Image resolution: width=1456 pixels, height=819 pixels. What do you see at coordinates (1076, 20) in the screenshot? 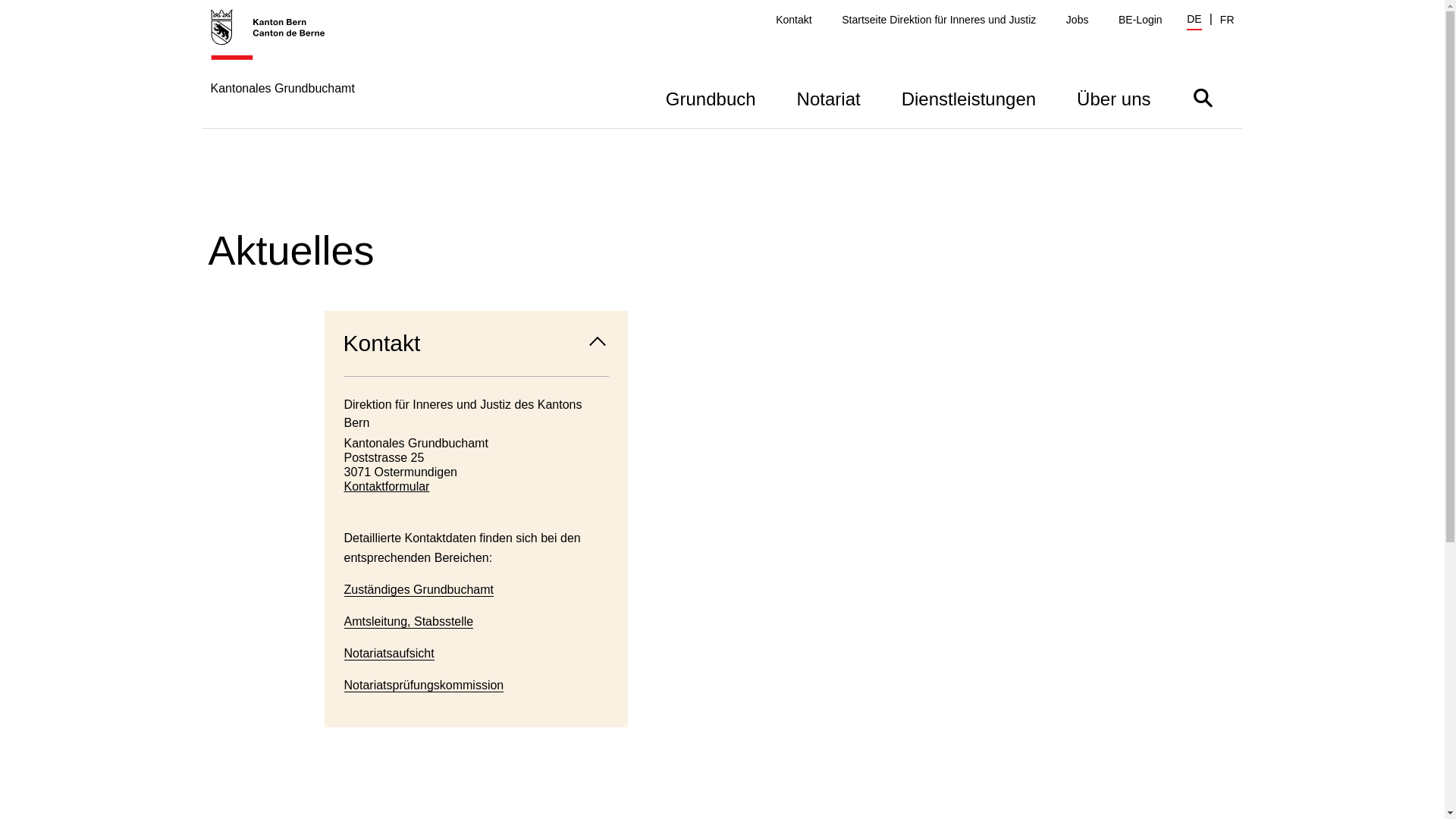
I see `'Jobs'` at bounding box center [1076, 20].